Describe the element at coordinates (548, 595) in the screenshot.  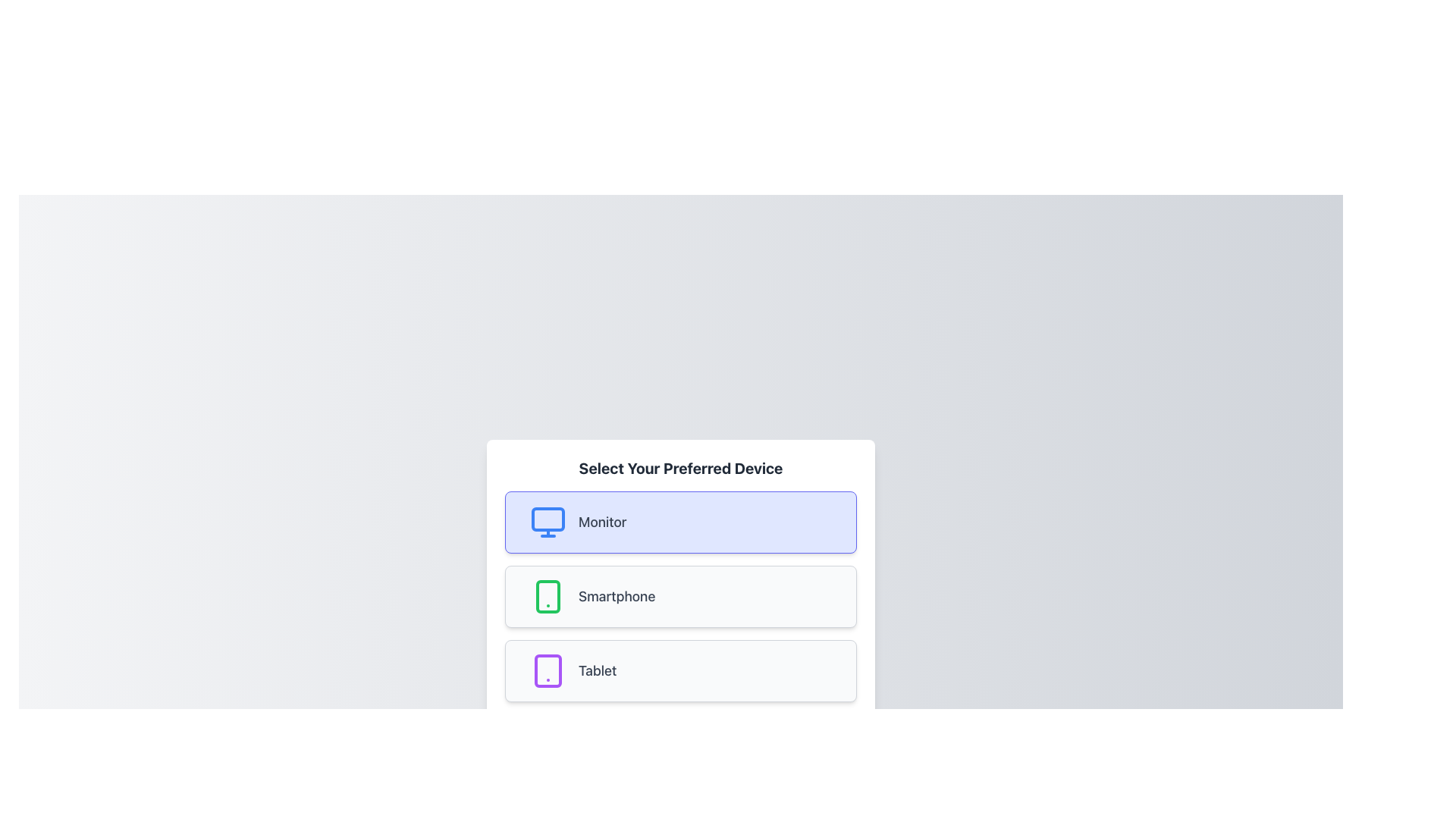
I see `the 'Smartphone' icon located within the second button of the device selection interface` at that location.